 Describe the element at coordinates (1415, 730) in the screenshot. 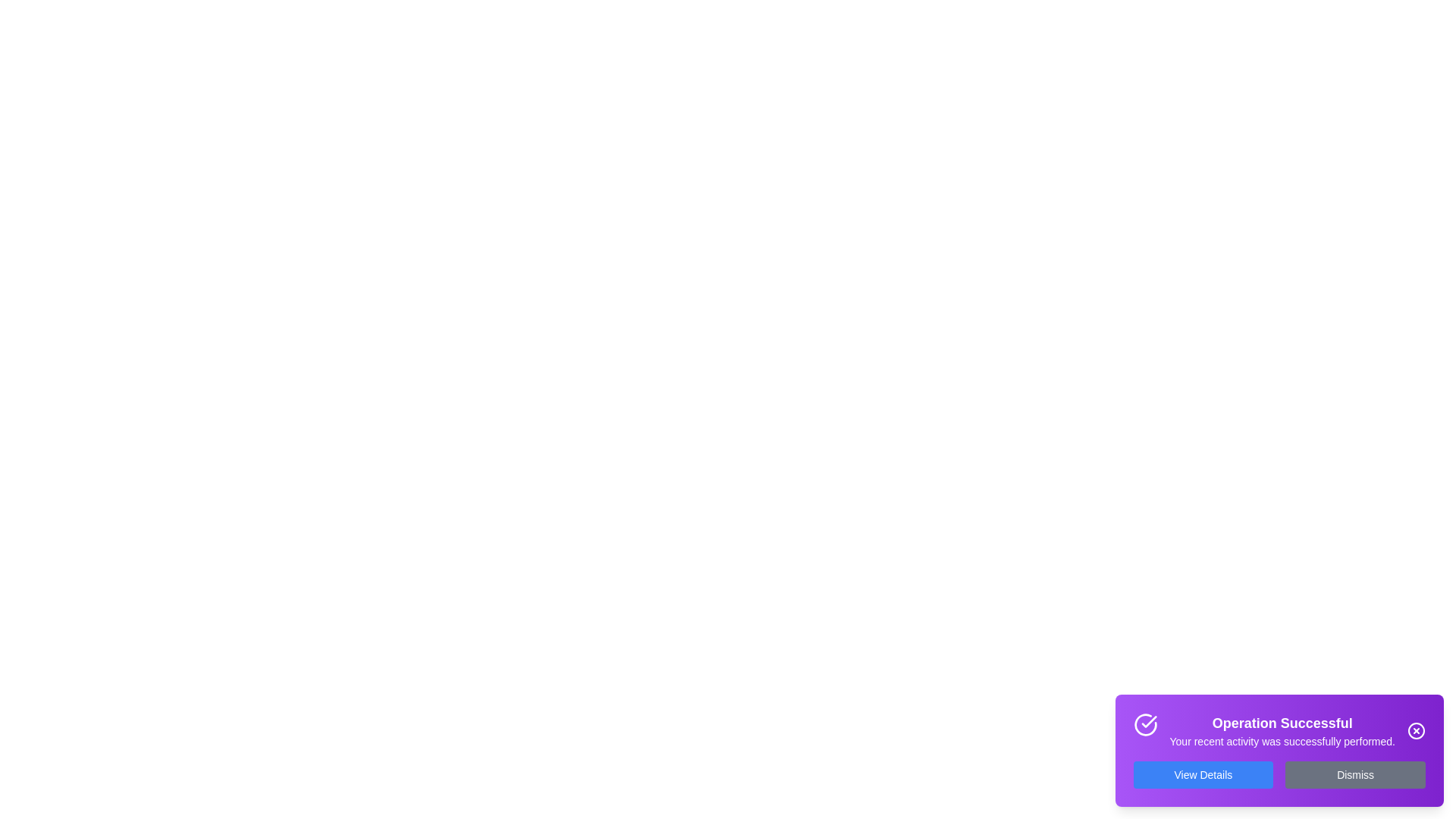

I see `the close button to dismiss the alert` at that location.